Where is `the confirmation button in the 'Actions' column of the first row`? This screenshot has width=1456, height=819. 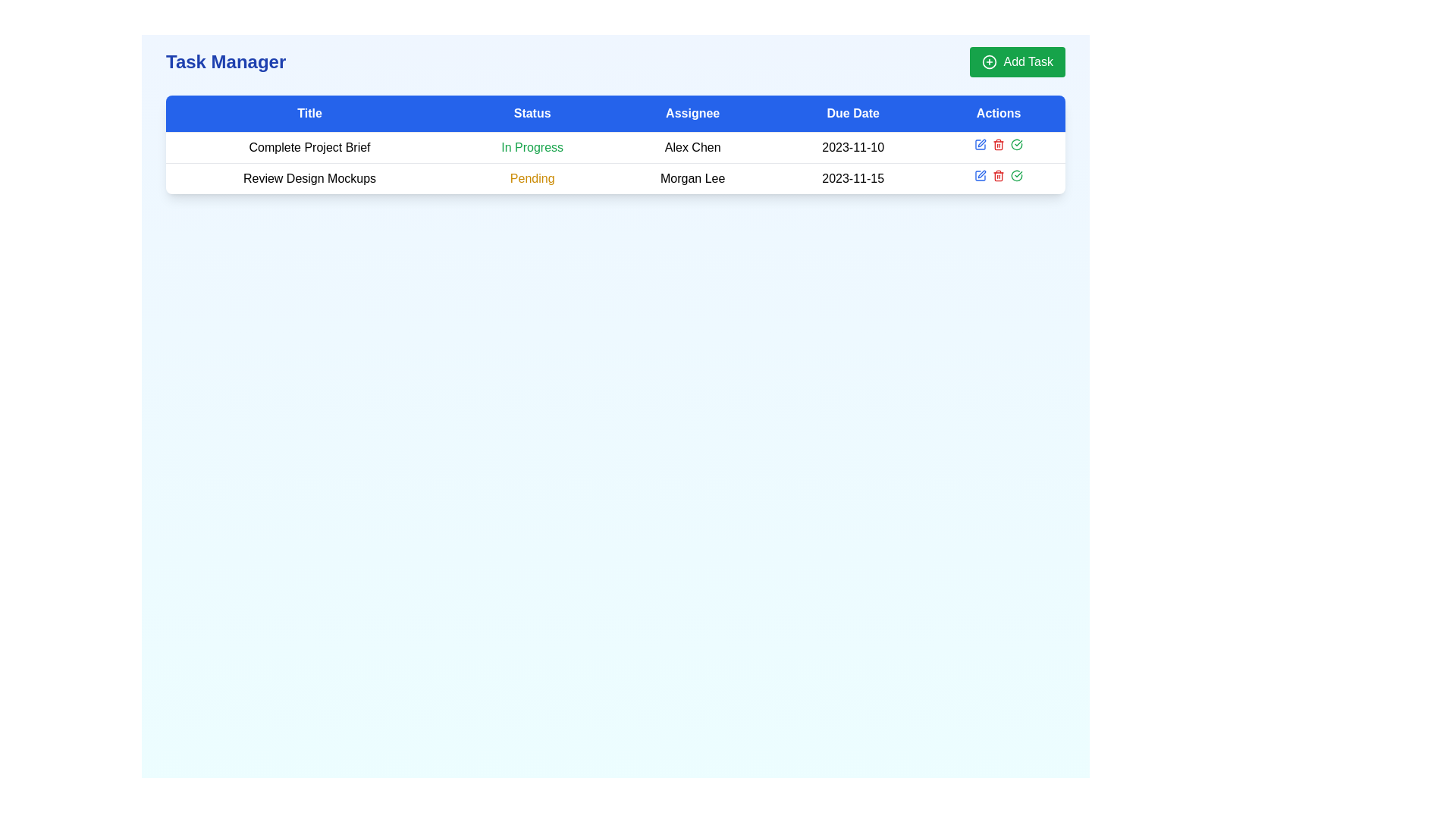
the confirmation button in the 'Actions' column of the first row is located at coordinates (1017, 174).